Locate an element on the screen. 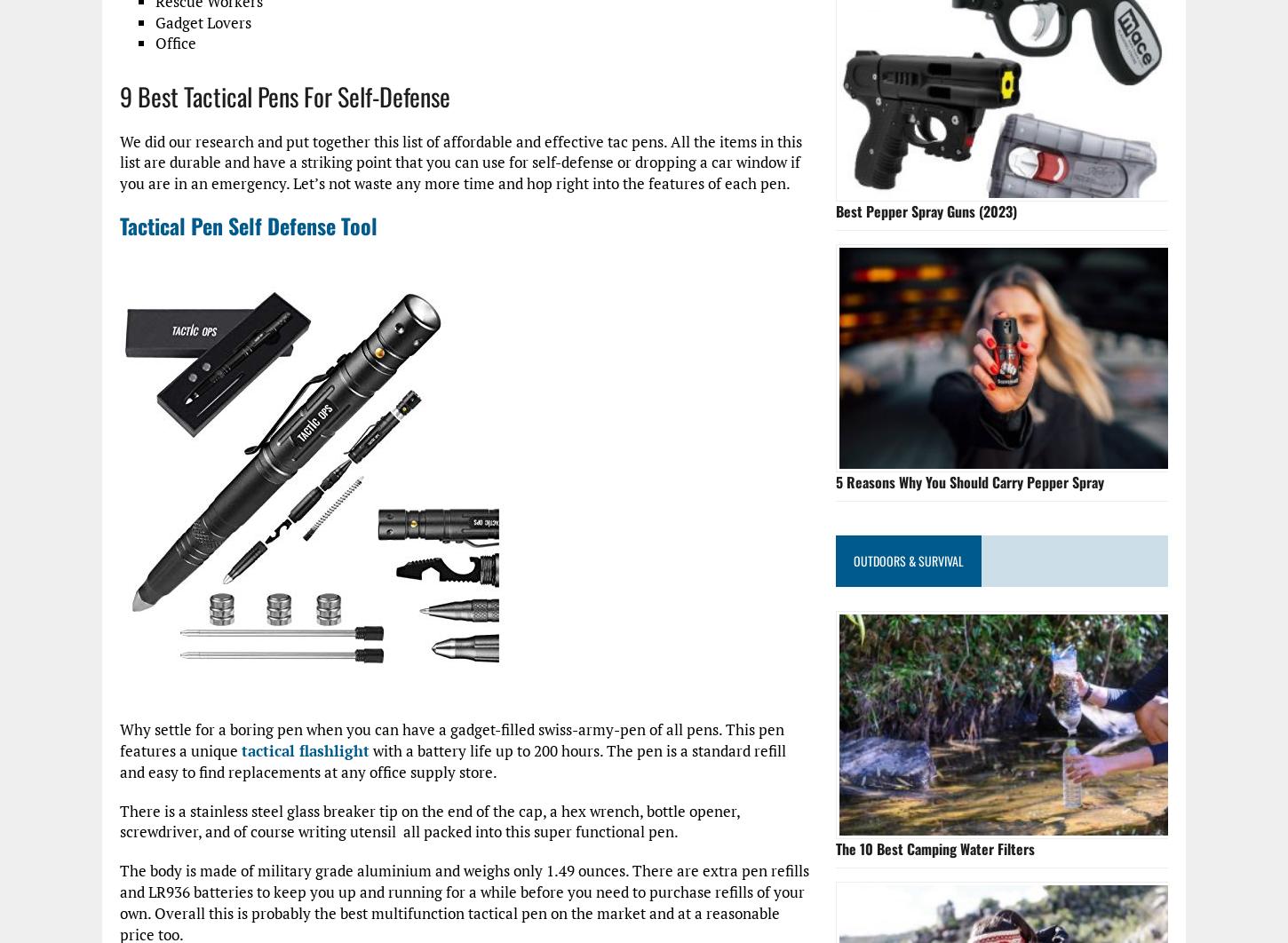  '5 Reasons Why You Should Carry Pepper Spray' is located at coordinates (968, 481).